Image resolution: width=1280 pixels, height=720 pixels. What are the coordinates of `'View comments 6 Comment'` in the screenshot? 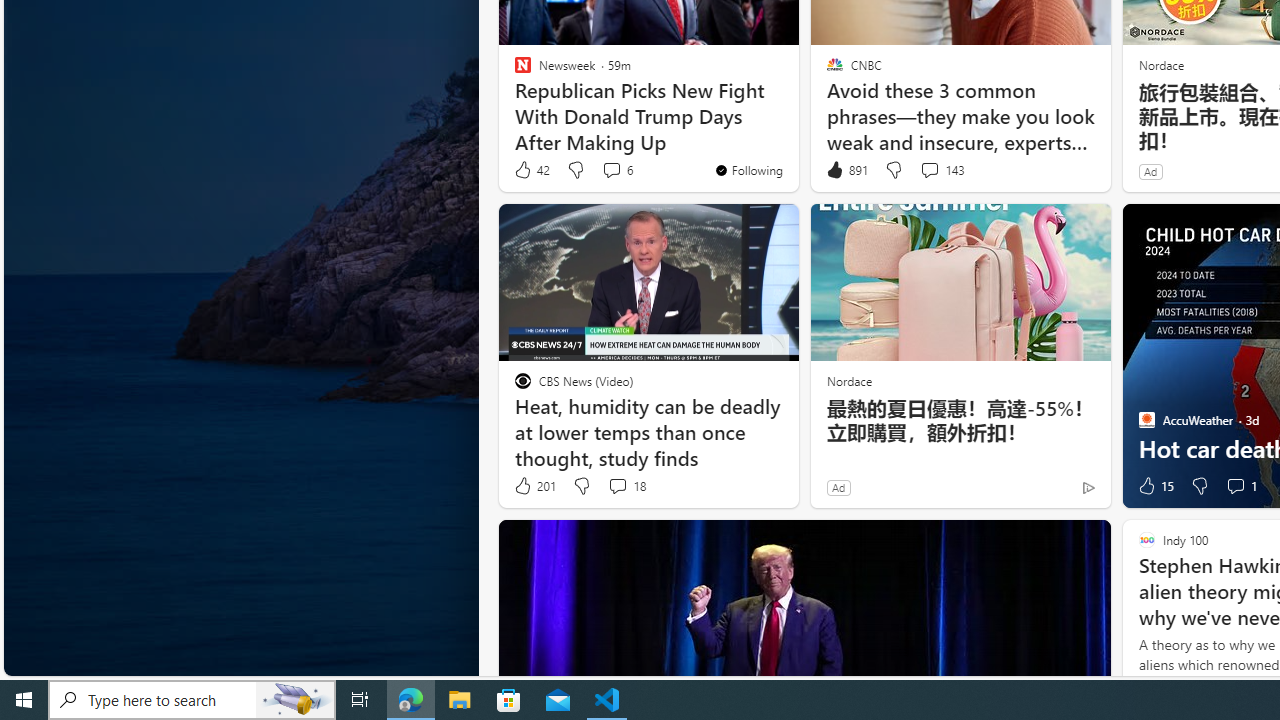 It's located at (610, 168).